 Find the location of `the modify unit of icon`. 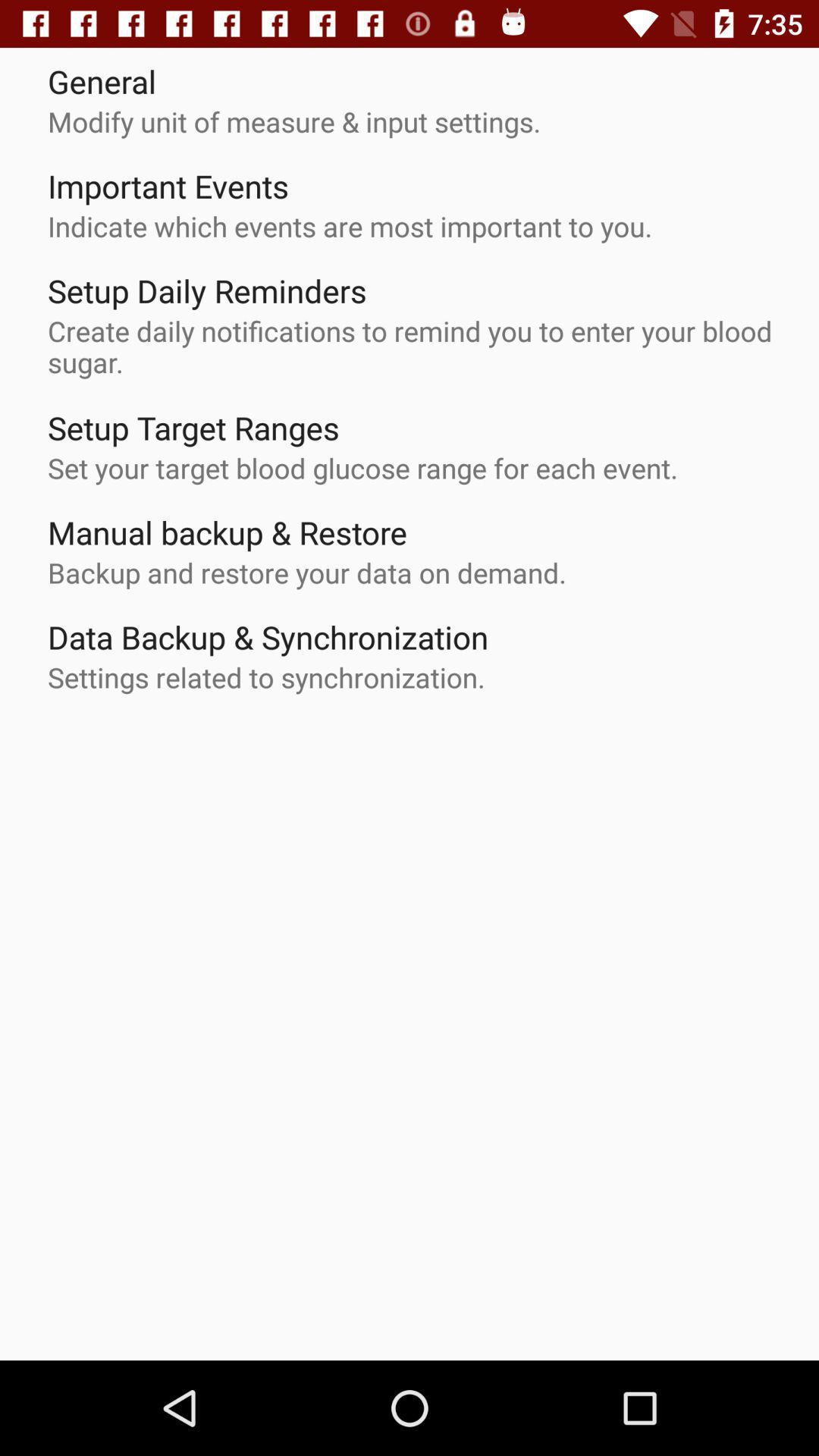

the modify unit of icon is located at coordinates (294, 121).